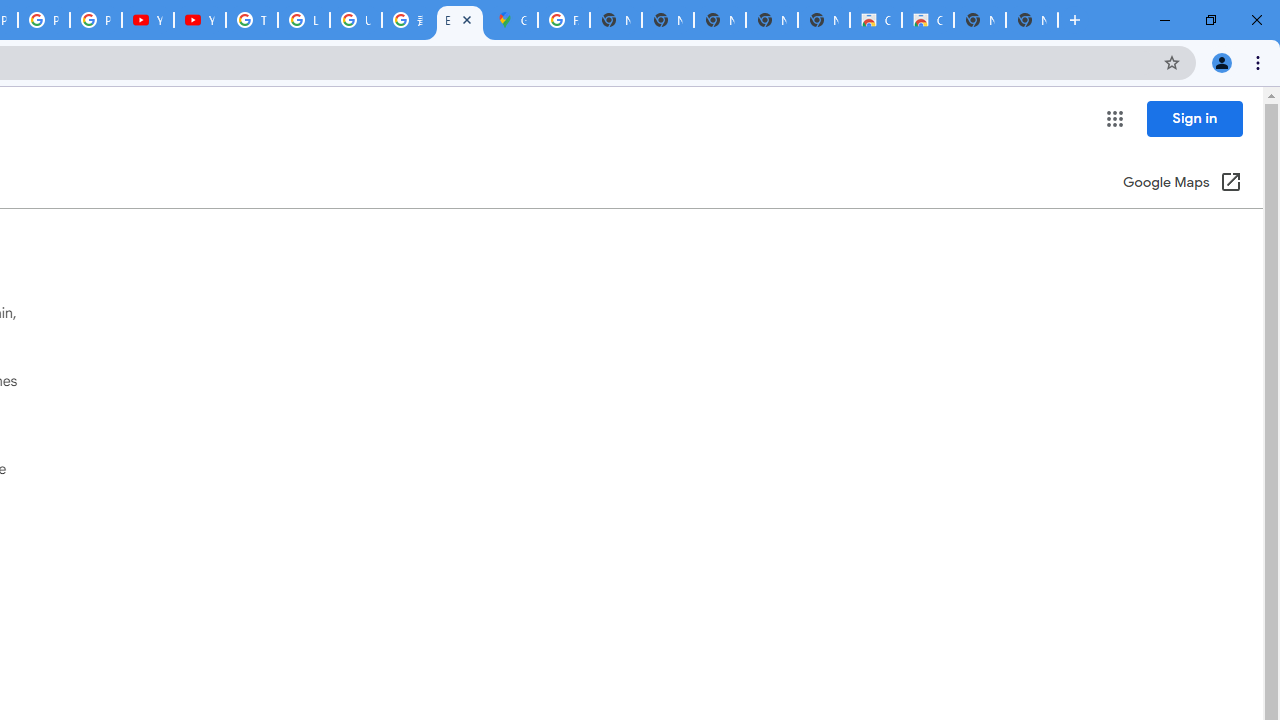  What do you see at coordinates (459, 20) in the screenshot?
I see `'Explore new street-level details - Google Maps Help'` at bounding box center [459, 20].